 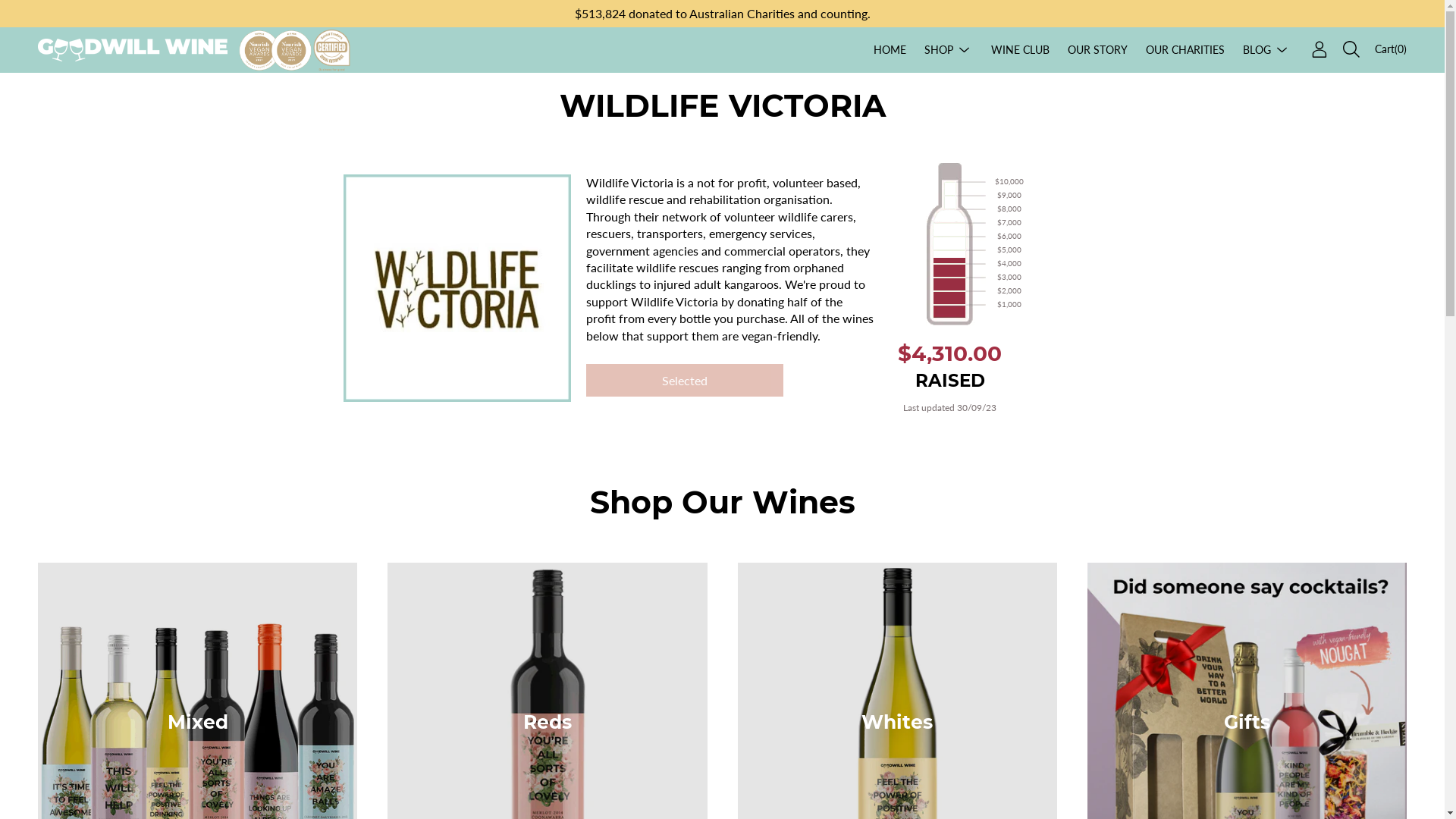 I want to click on 'HOME', so click(x=890, y=49).